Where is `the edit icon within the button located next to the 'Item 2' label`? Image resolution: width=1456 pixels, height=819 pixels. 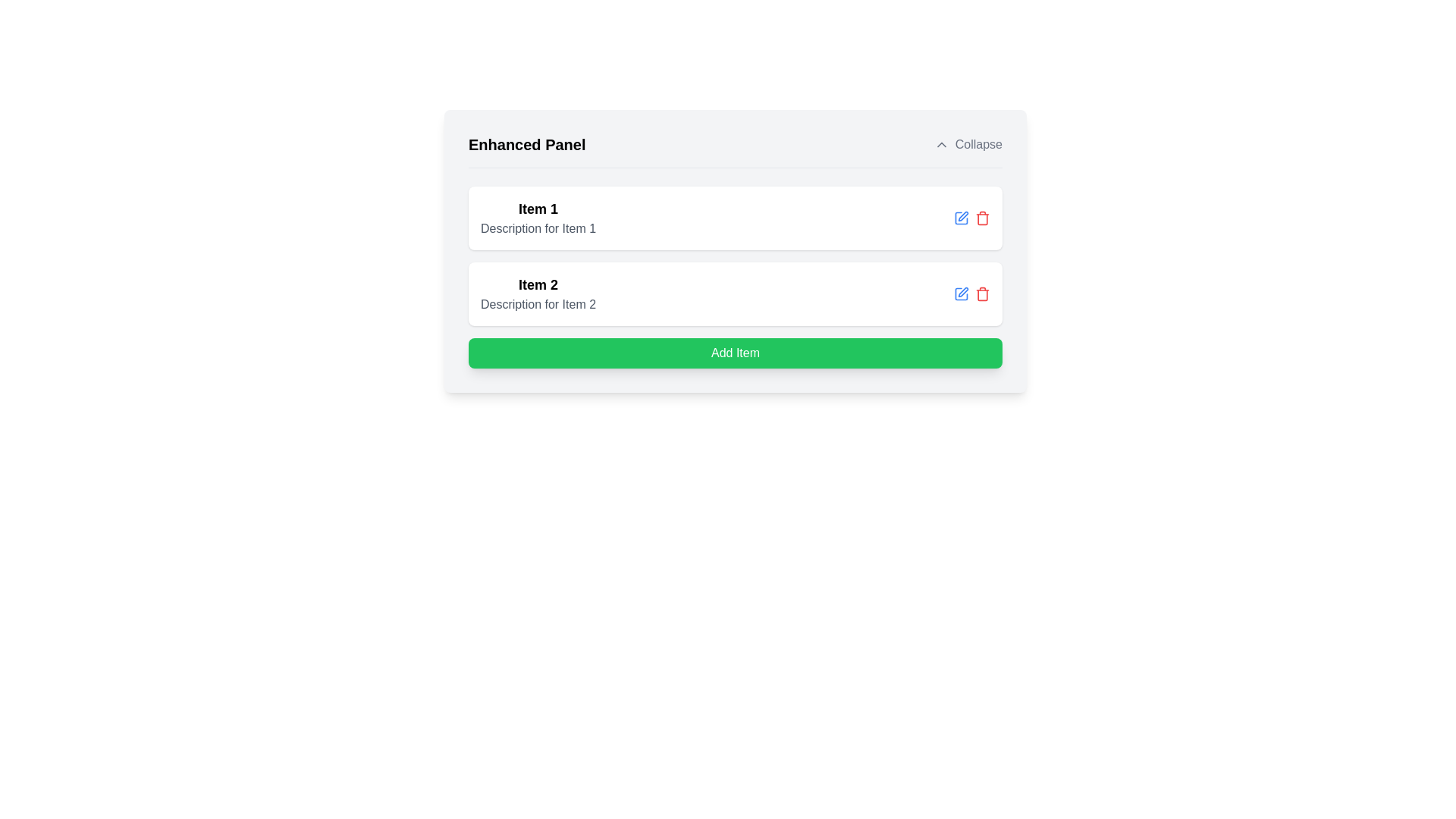 the edit icon within the button located next to the 'Item 2' label is located at coordinates (962, 292).